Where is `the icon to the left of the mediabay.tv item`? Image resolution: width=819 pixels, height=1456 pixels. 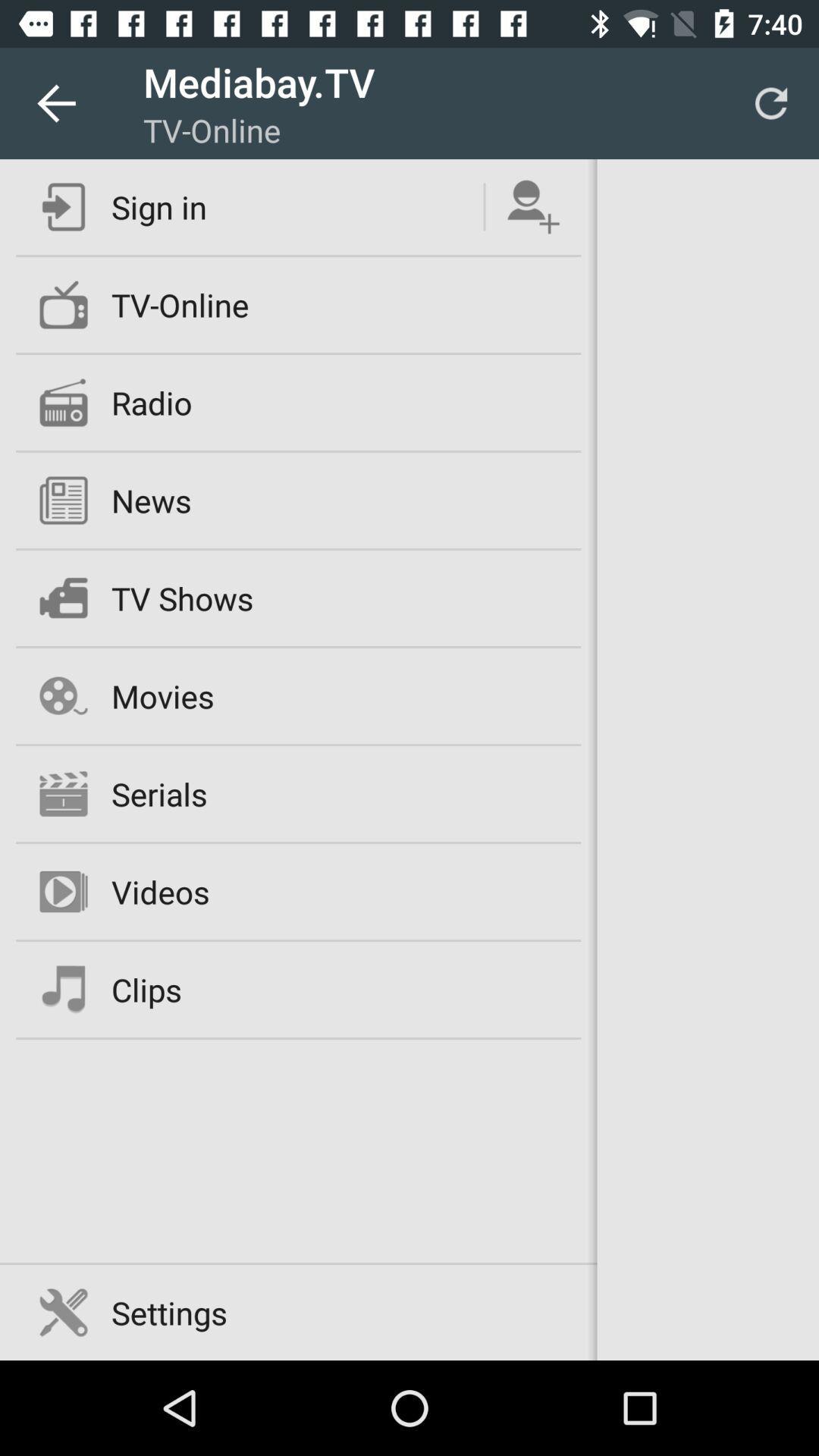
the icon to the left of the mediabay.tv item is located at coordinates (55, 102).